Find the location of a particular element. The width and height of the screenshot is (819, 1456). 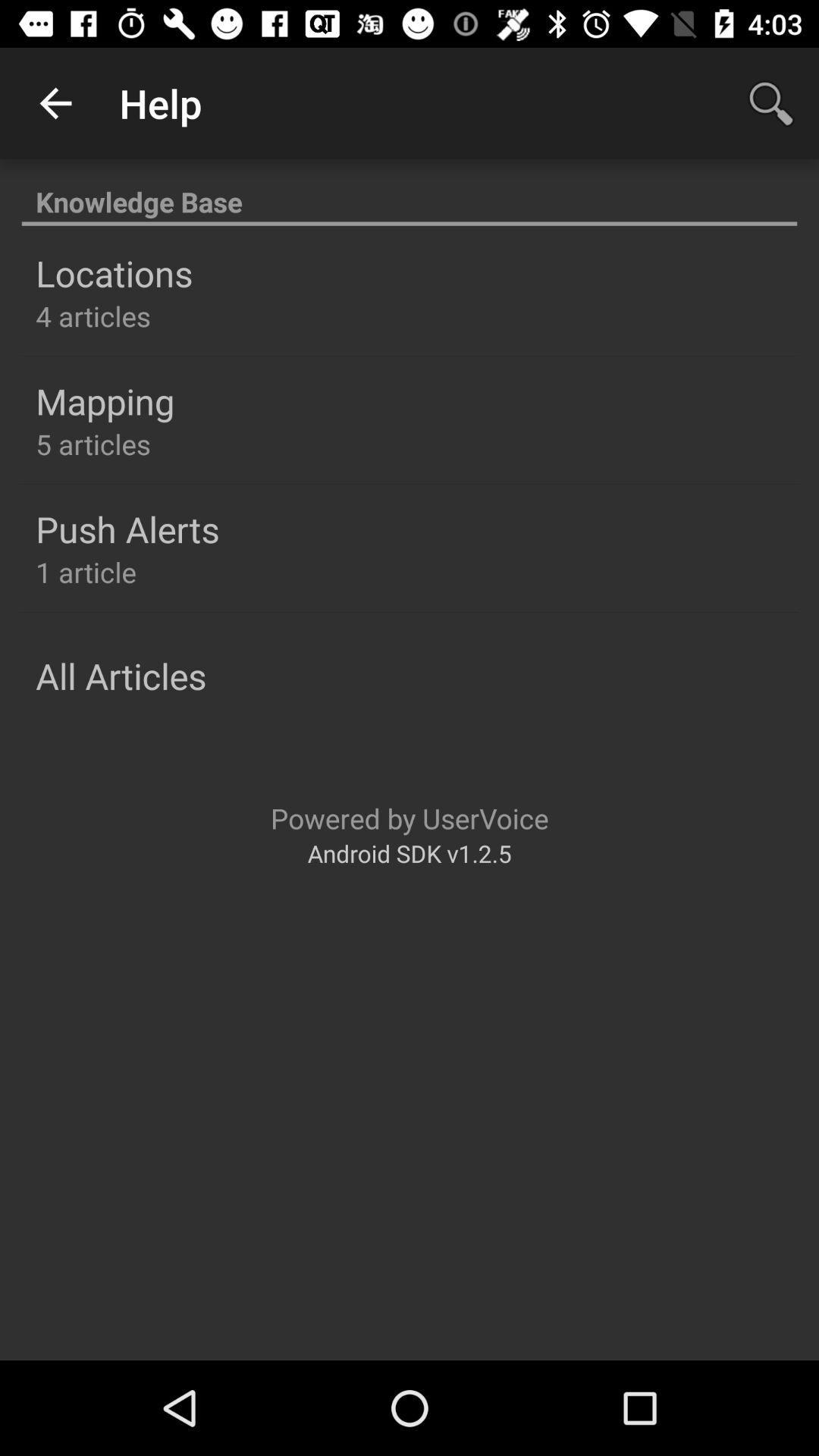

the icon below push alerts item is located at coordinates (86, 571).